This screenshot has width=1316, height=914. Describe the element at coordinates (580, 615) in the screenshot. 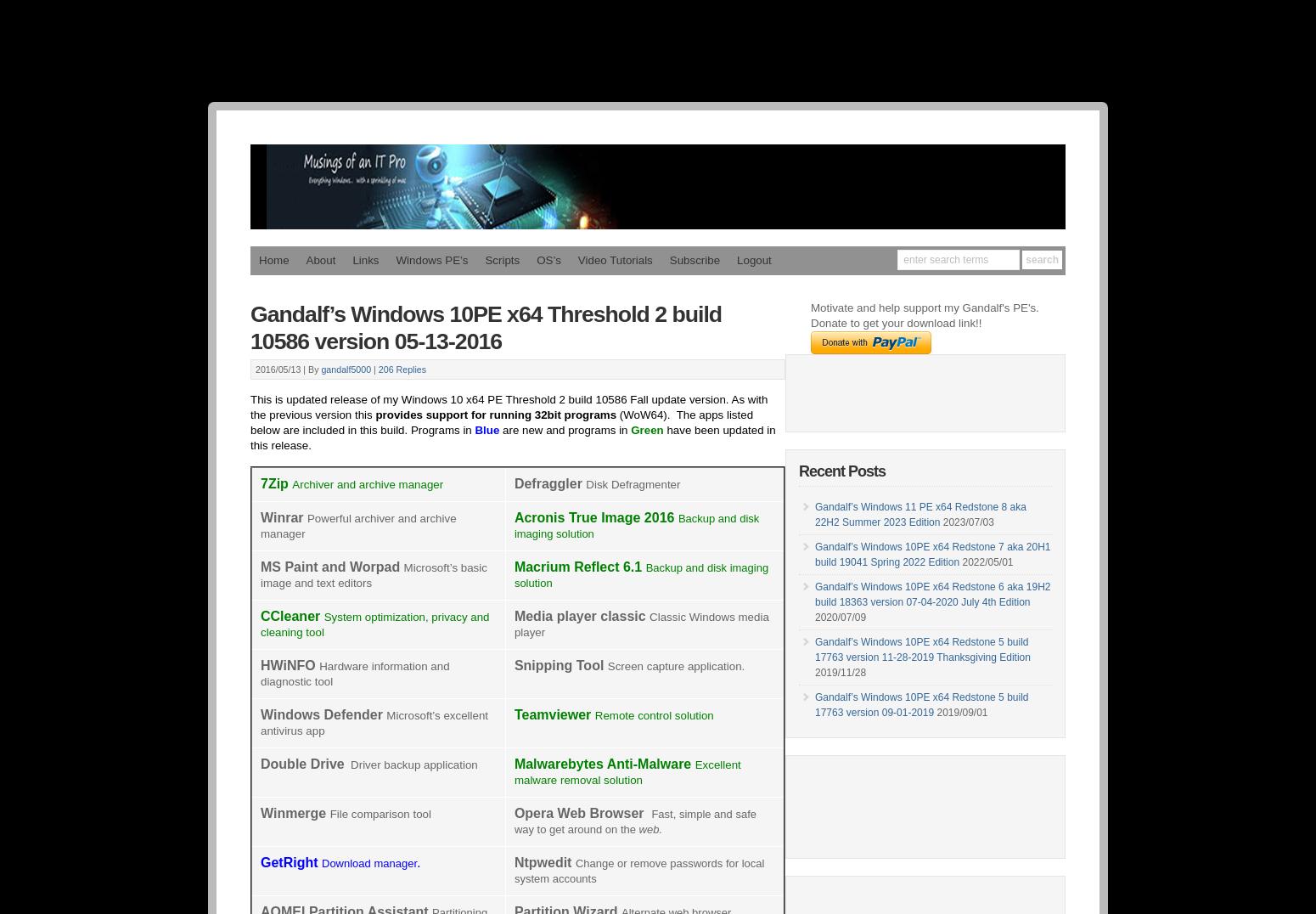

I see `'Media player classic'` at that location.